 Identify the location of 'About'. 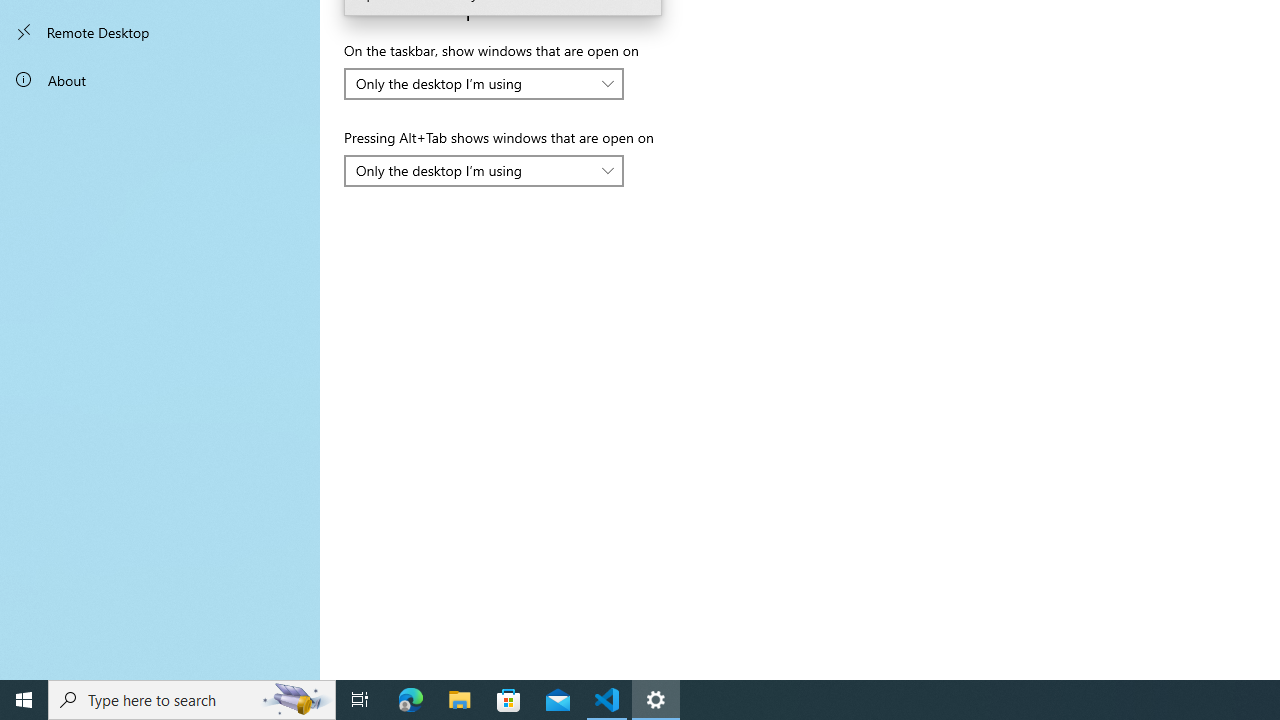
(160, 78).